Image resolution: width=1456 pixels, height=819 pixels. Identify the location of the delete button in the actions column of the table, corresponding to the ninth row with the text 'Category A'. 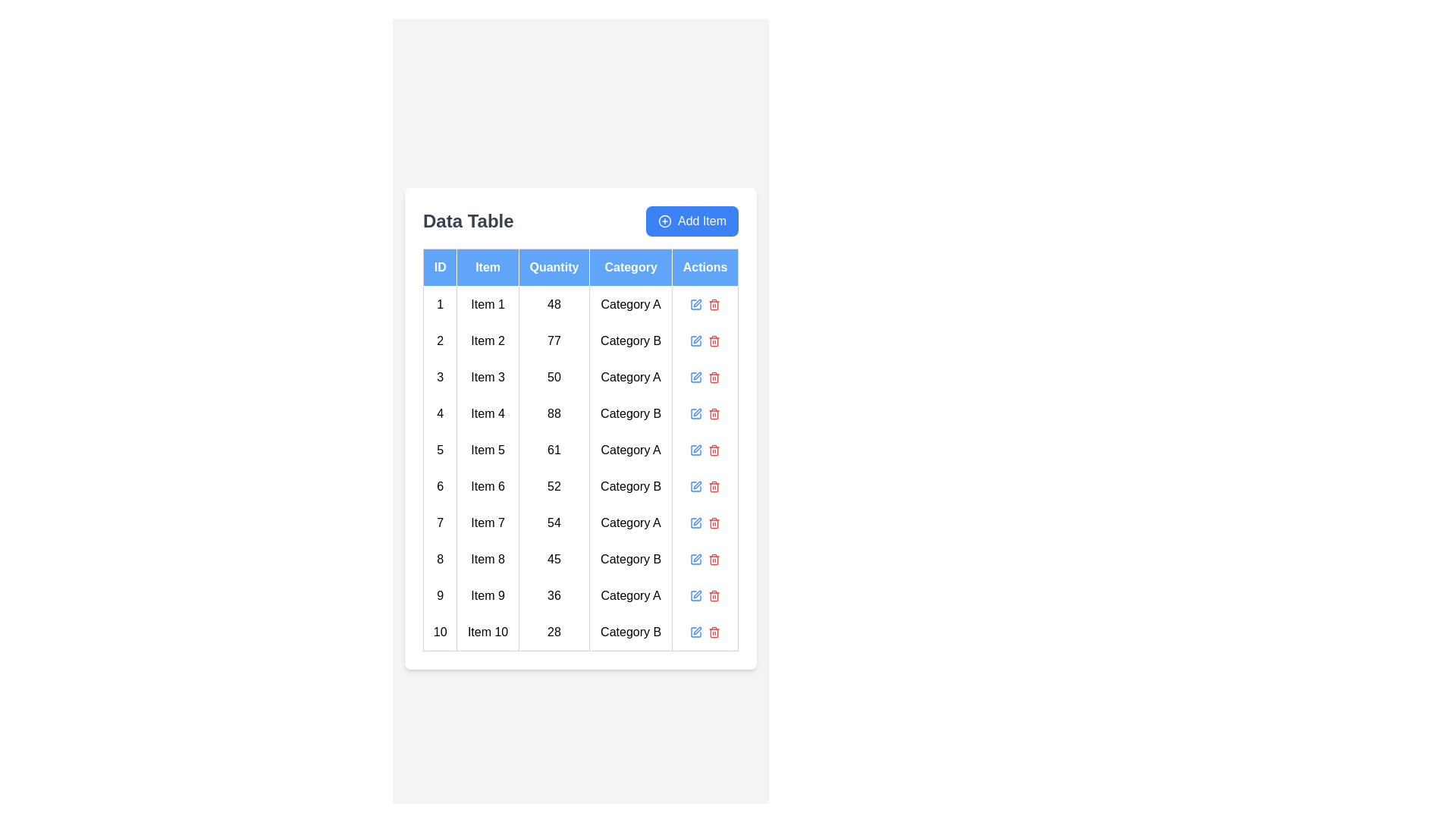
(714, 595).